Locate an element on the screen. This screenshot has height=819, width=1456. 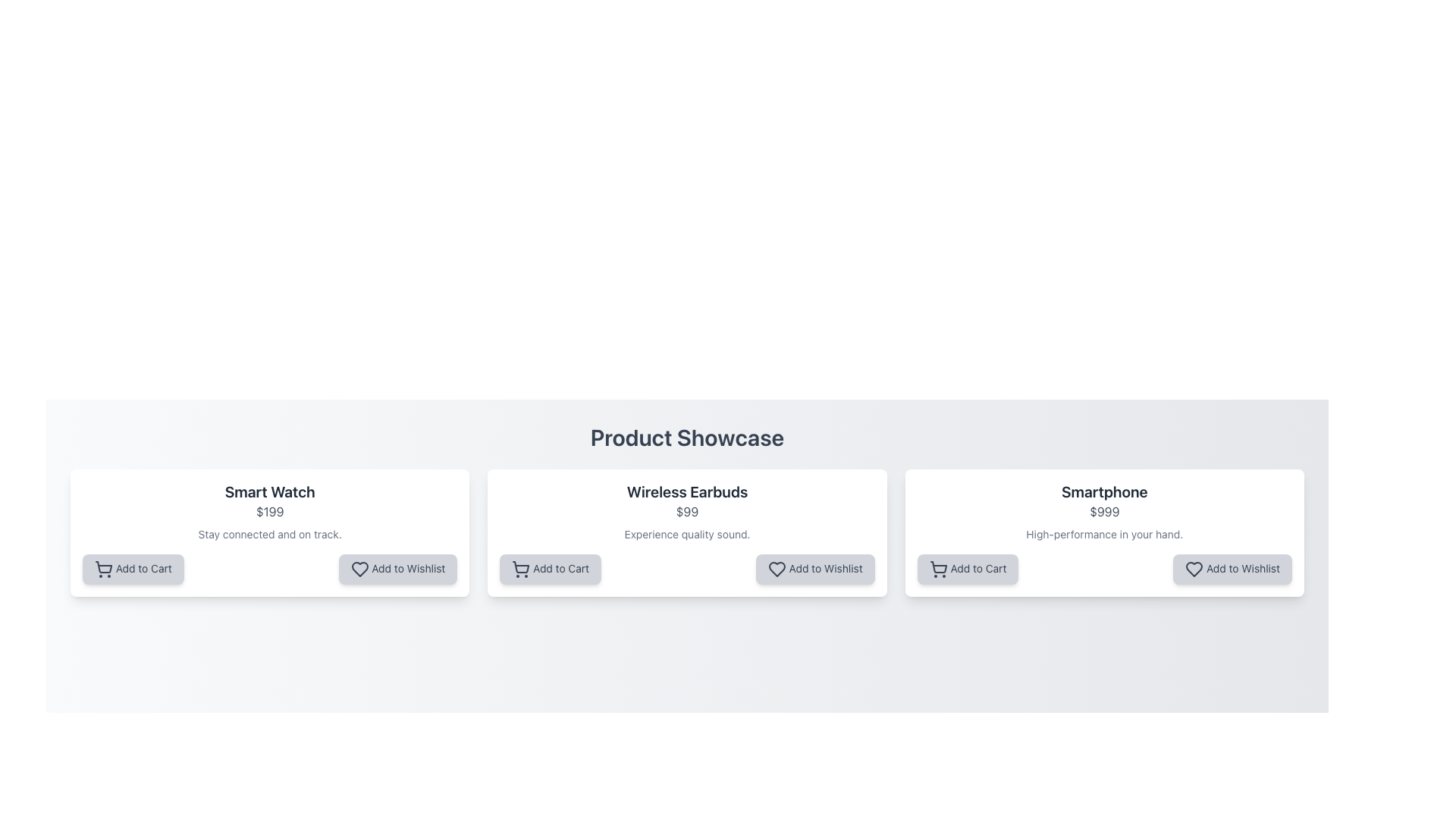
the 'Smart Watch' text label, which is styled with a large bold font and is centrally positioned at the top of its product card is located at coordinates (270, 491).